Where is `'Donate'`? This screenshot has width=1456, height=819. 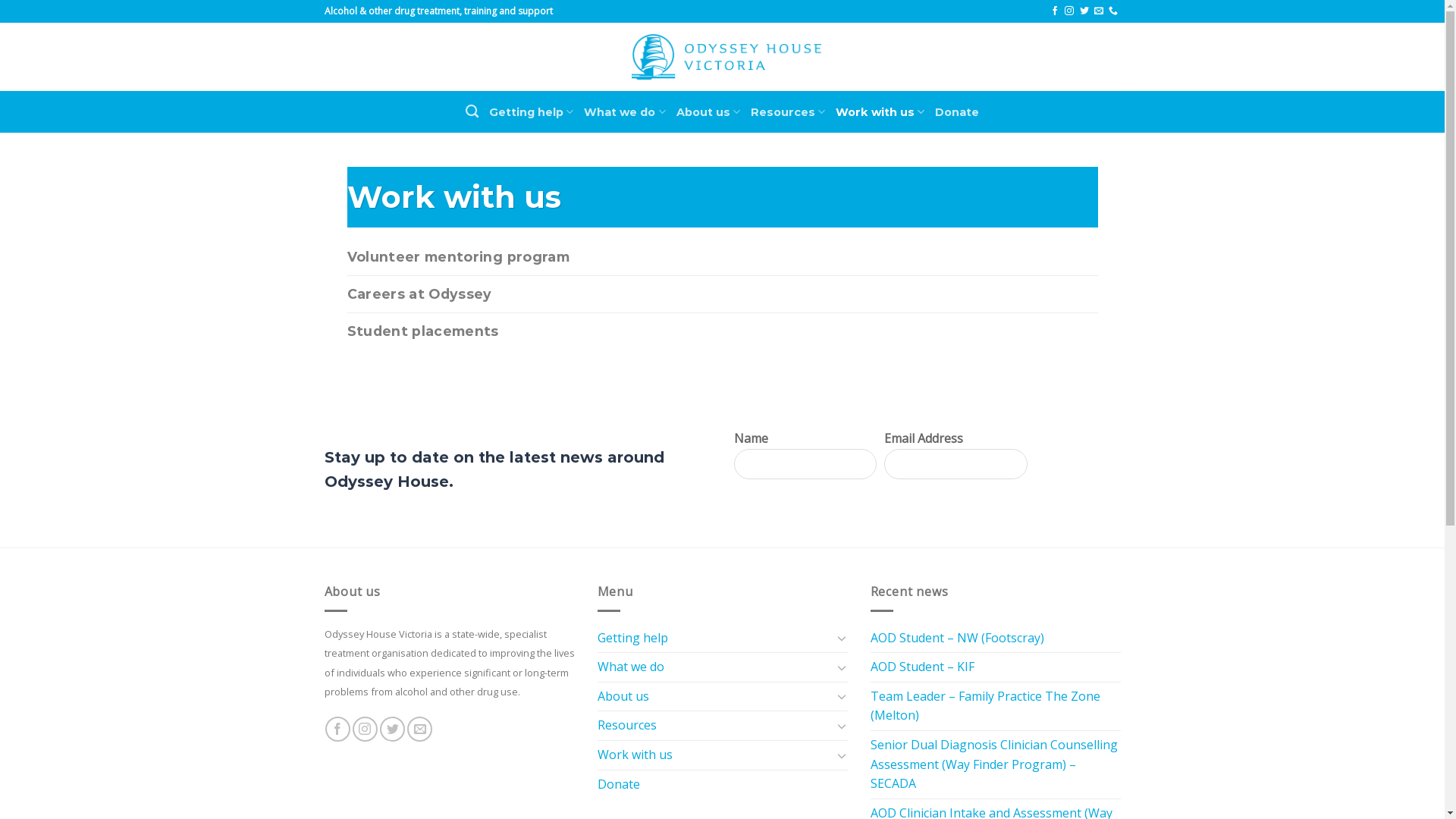 'Donate' is located at coordinates (619, 784).